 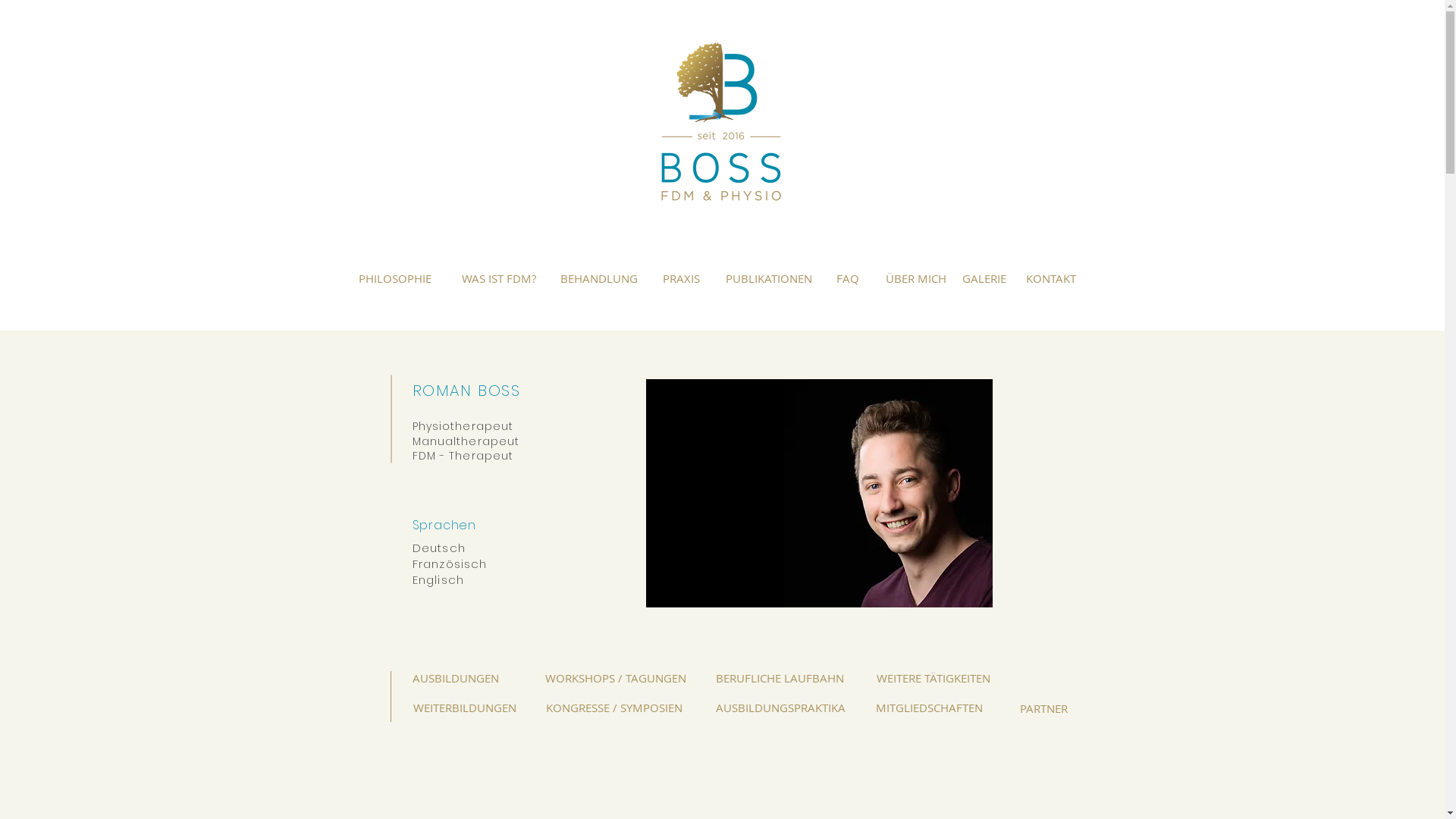 I want to click on 'MITGLIEDSCHAFTEN', so click(x=927, y=708).